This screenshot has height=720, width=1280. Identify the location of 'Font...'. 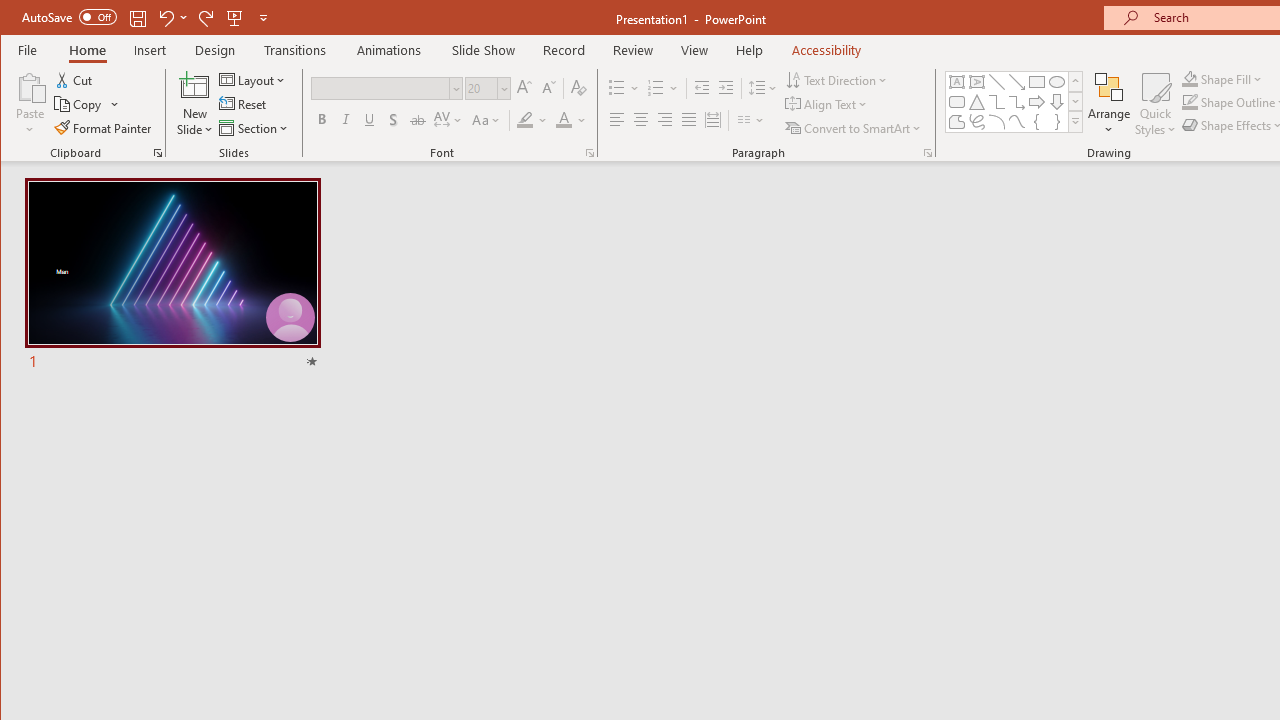
(589, 152).